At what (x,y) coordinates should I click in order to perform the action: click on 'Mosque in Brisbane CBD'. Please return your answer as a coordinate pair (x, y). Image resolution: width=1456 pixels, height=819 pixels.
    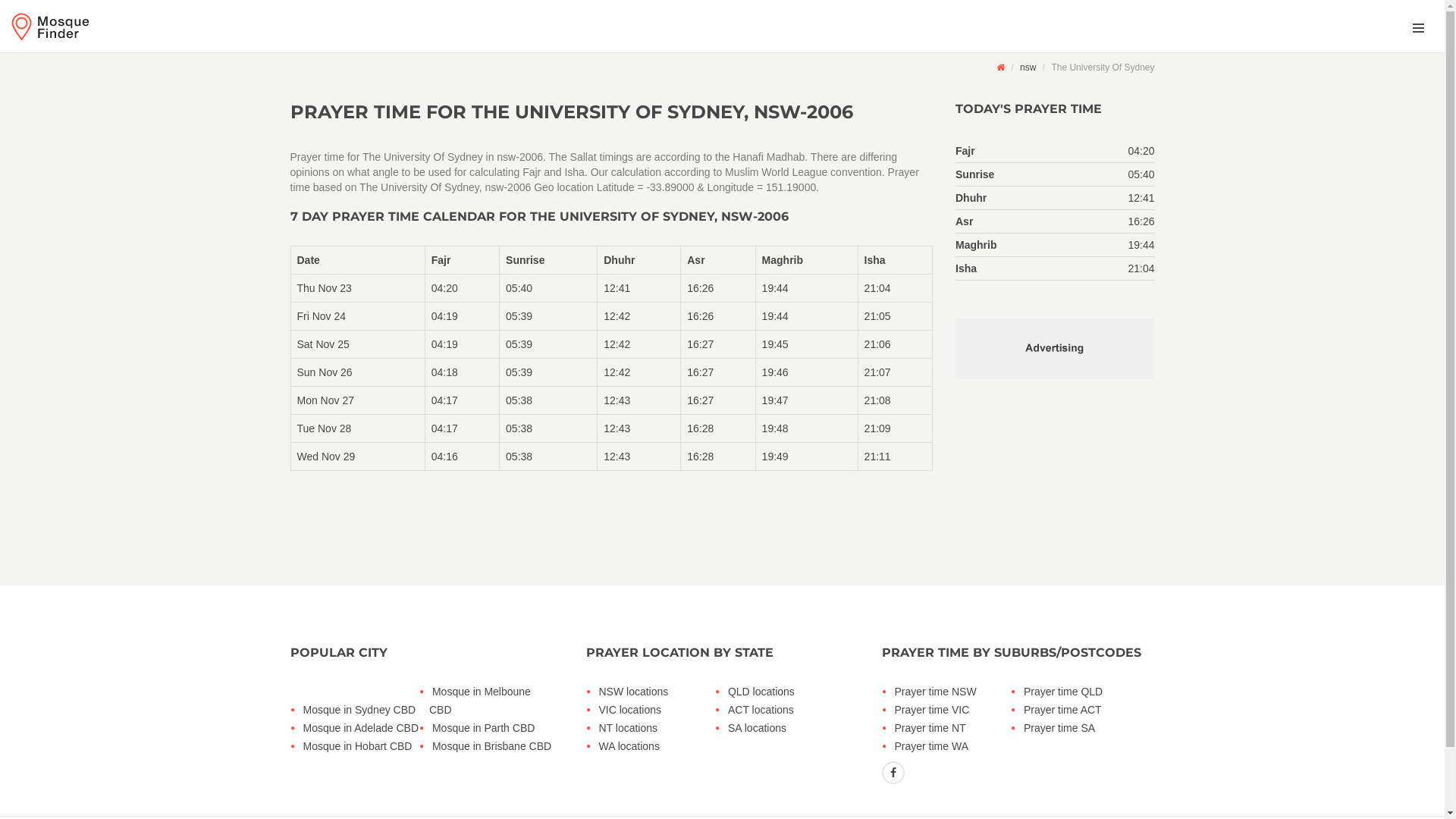
    Looking at the image, I should click on (428, 745).